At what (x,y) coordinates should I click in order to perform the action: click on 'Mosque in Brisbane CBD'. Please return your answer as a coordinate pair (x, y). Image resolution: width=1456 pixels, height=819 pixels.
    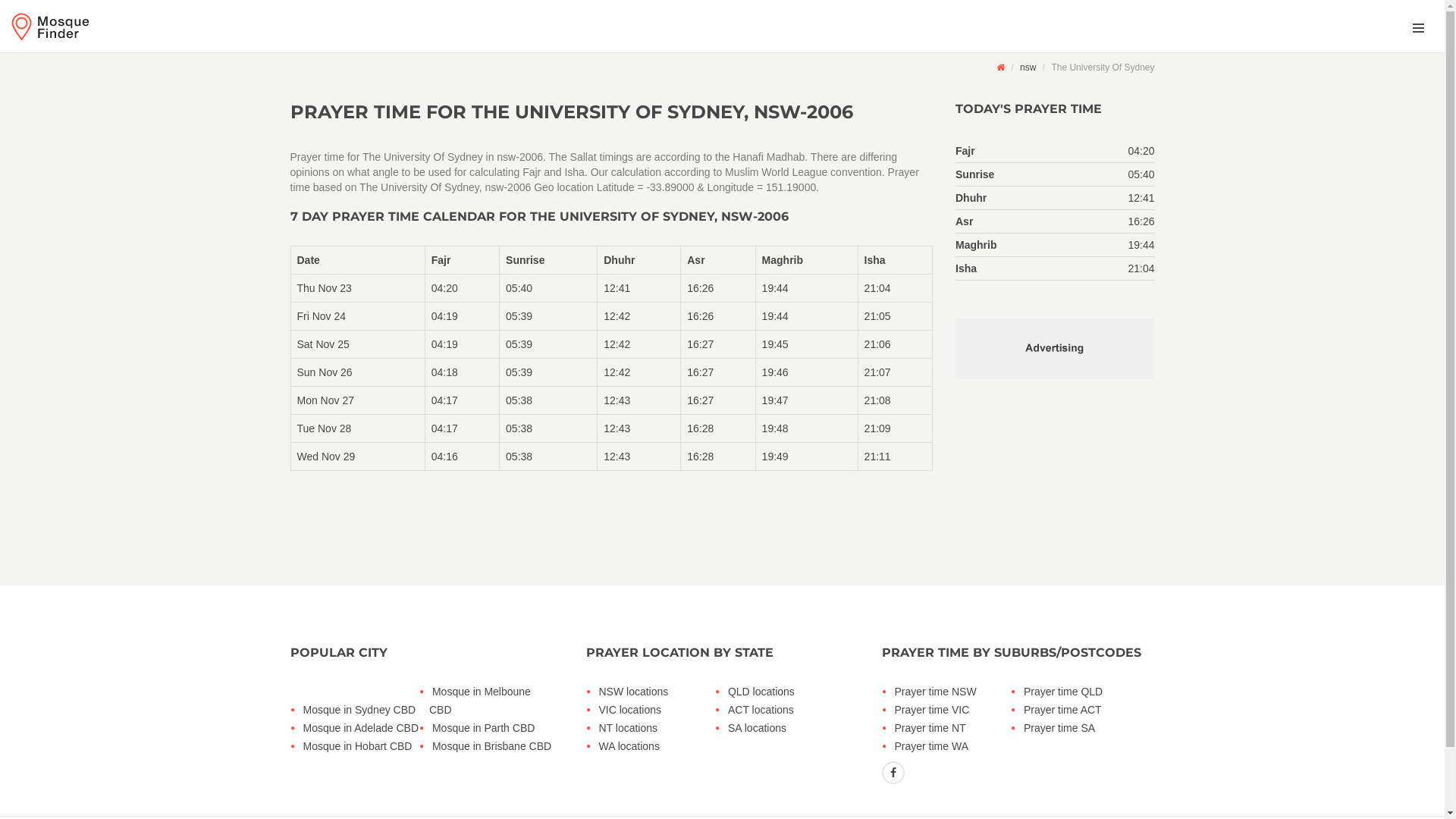
    Looking at the image, I should click on (428, 745).